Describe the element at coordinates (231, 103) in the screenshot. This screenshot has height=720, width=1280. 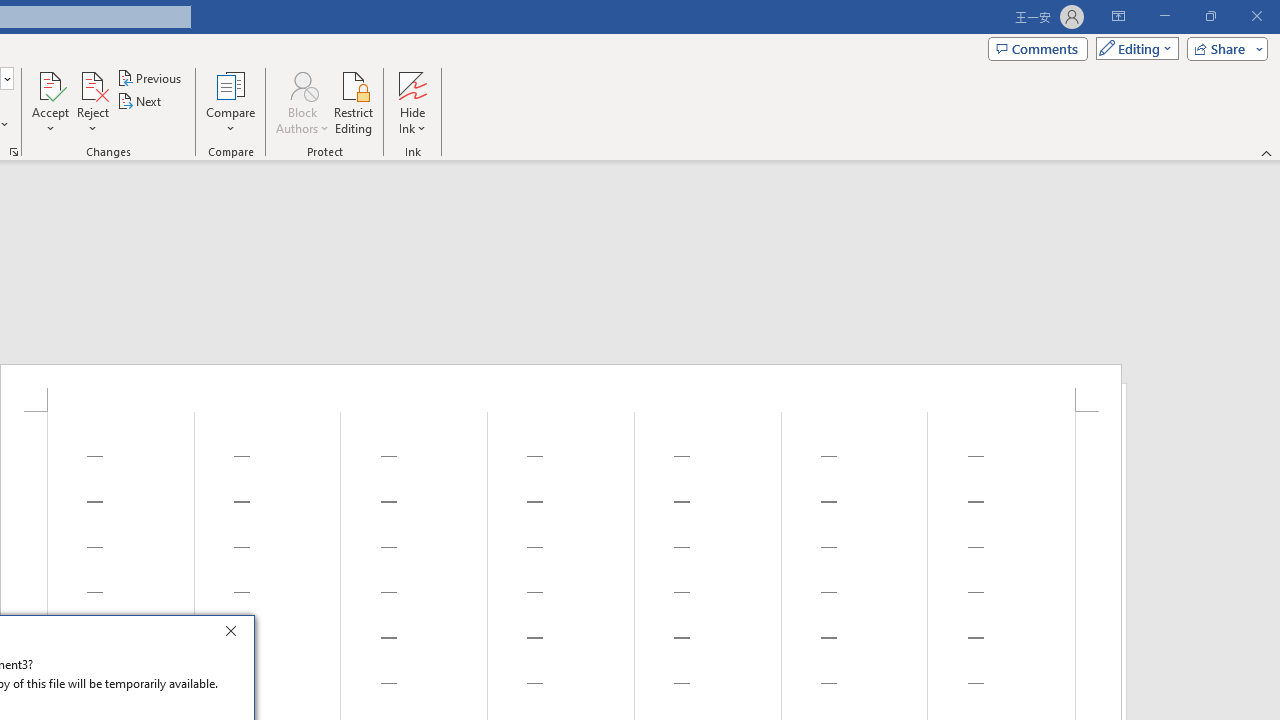
I see `'Compare'` at that location.